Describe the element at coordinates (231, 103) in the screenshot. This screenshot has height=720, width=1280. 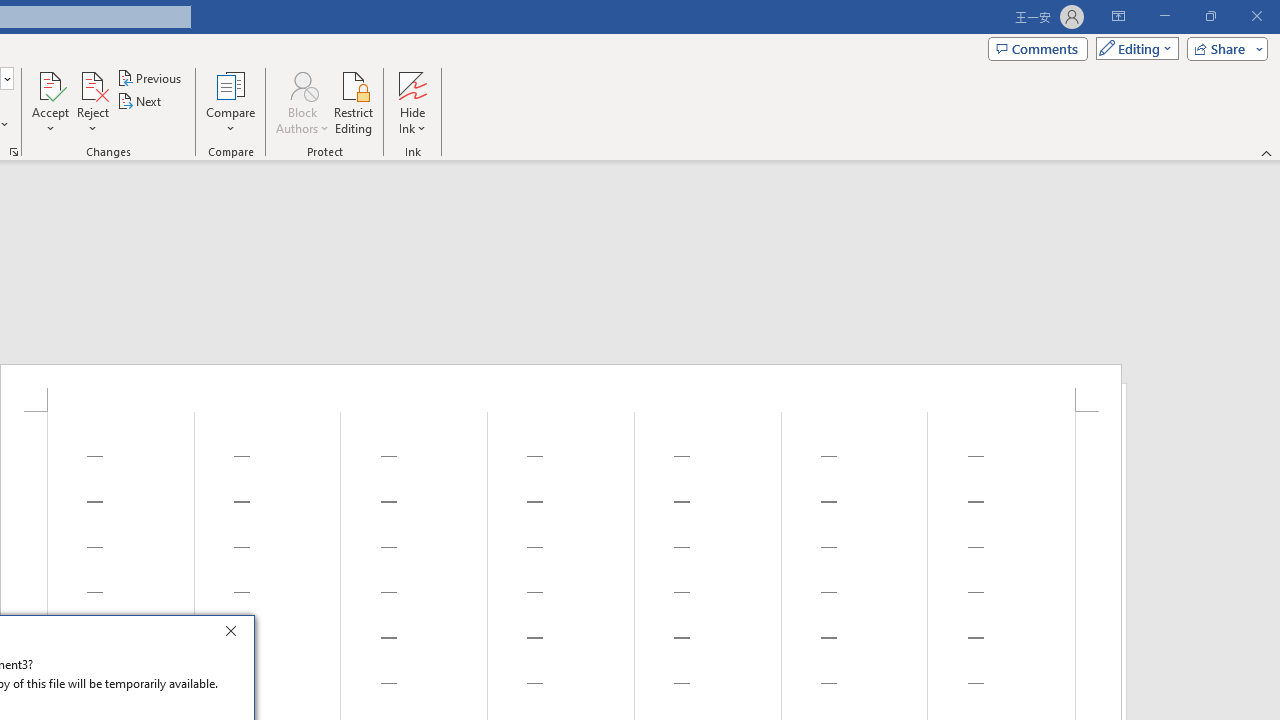
I see `'Compare'` at that location.